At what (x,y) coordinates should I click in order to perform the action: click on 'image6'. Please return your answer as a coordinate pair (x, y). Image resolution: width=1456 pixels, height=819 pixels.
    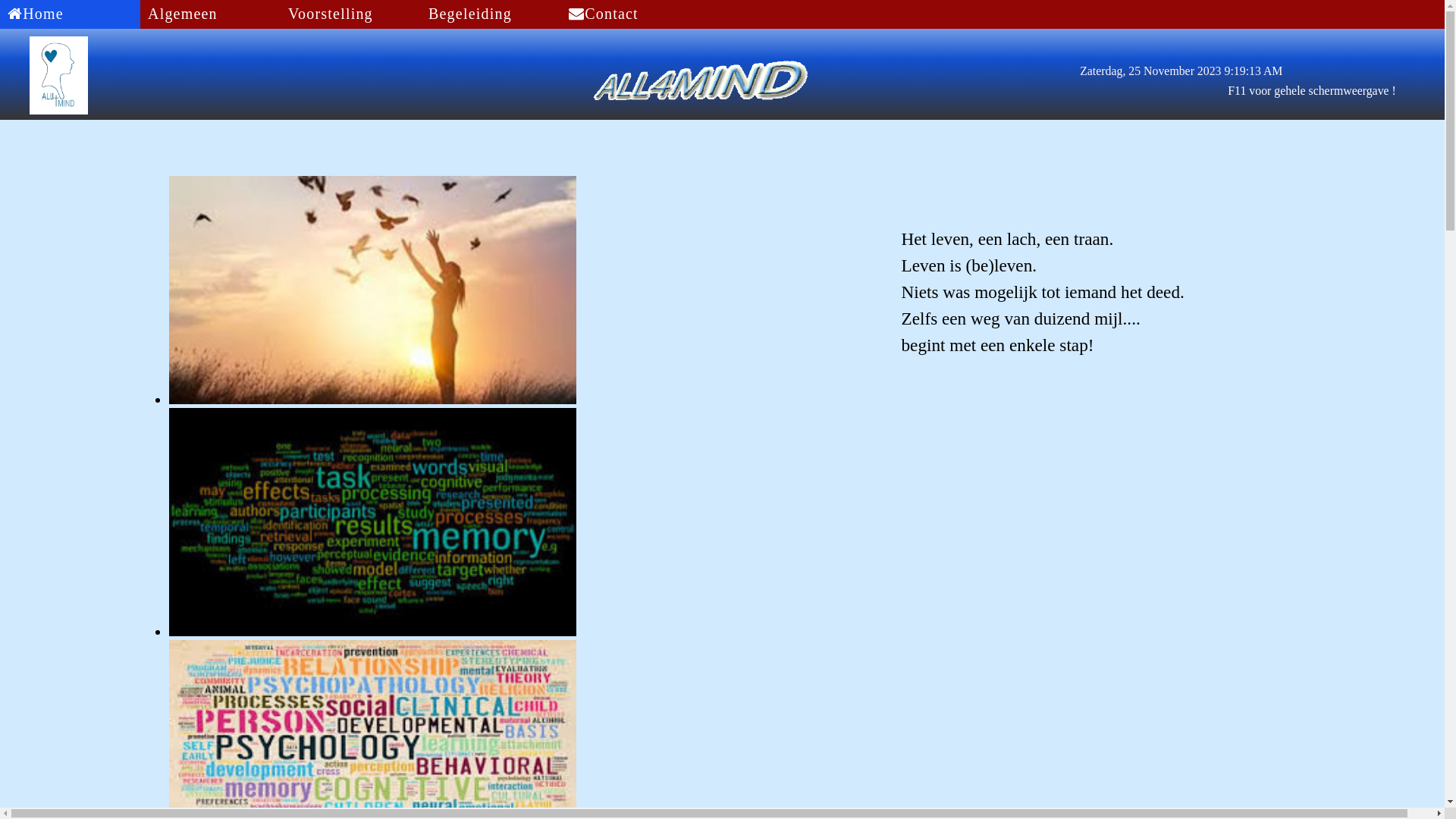
    Looking at the image, I should click on (372, 521).